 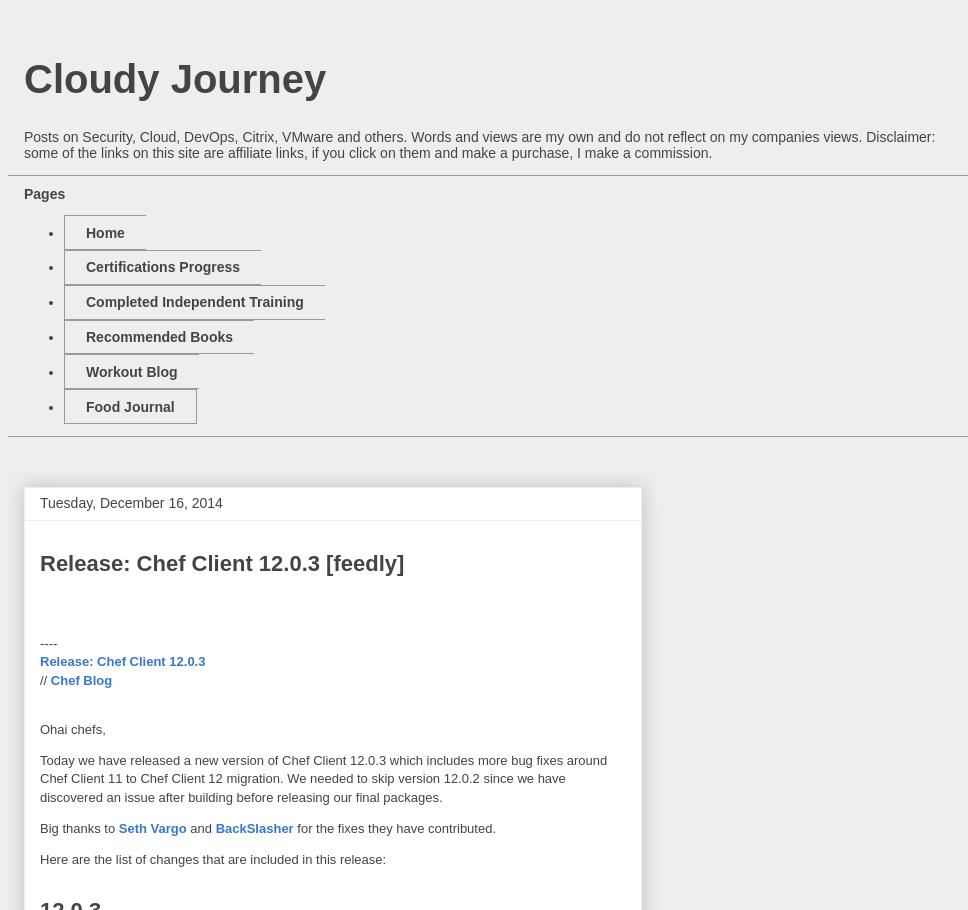 What do you see at coordinates (129, 405) in the screenshot?
I see `'Food Journal'` at bounding box center [129, 405].